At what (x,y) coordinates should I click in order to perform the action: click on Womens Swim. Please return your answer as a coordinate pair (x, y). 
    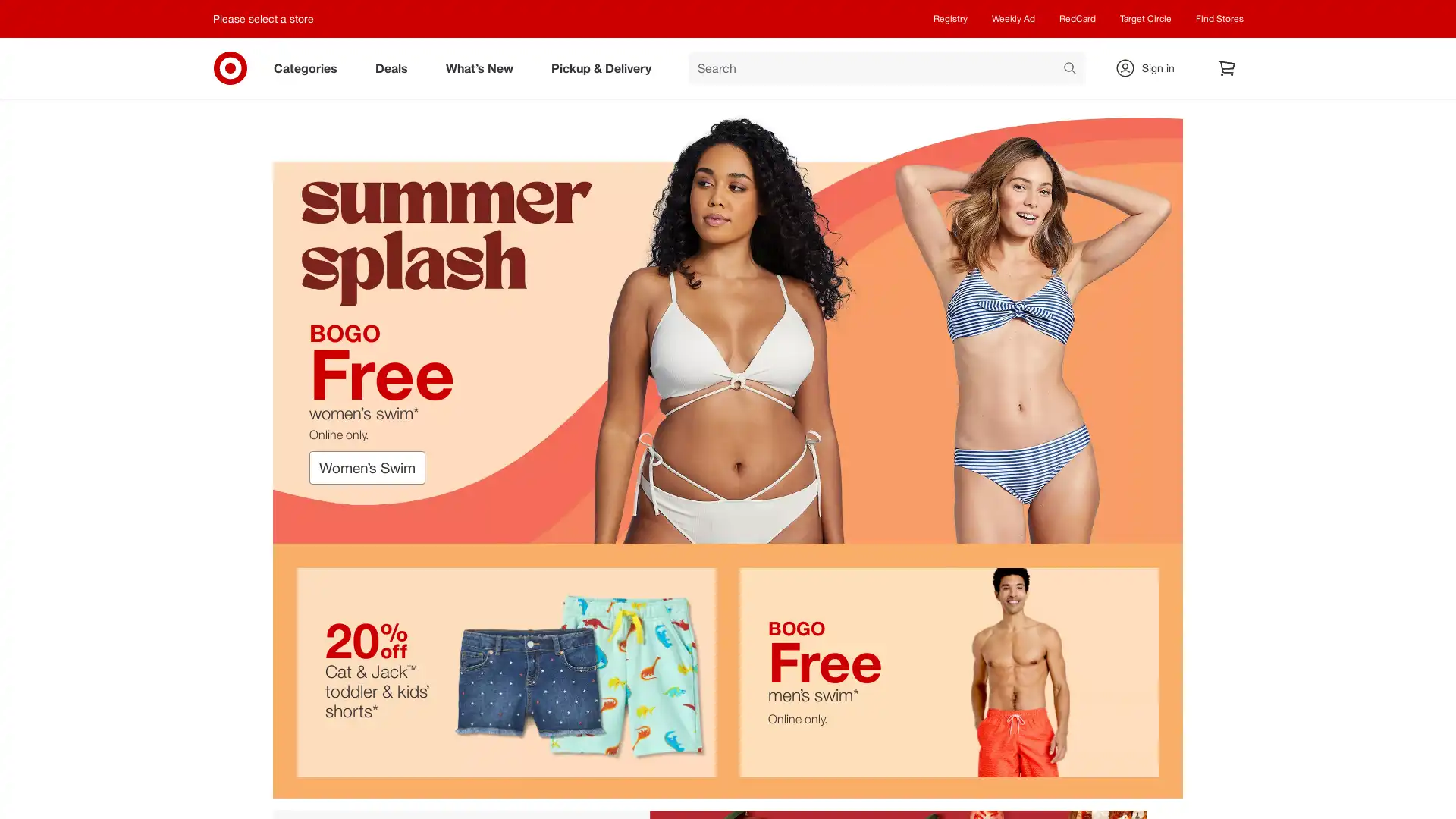
    Looking at the image, I should click on (367, 467).